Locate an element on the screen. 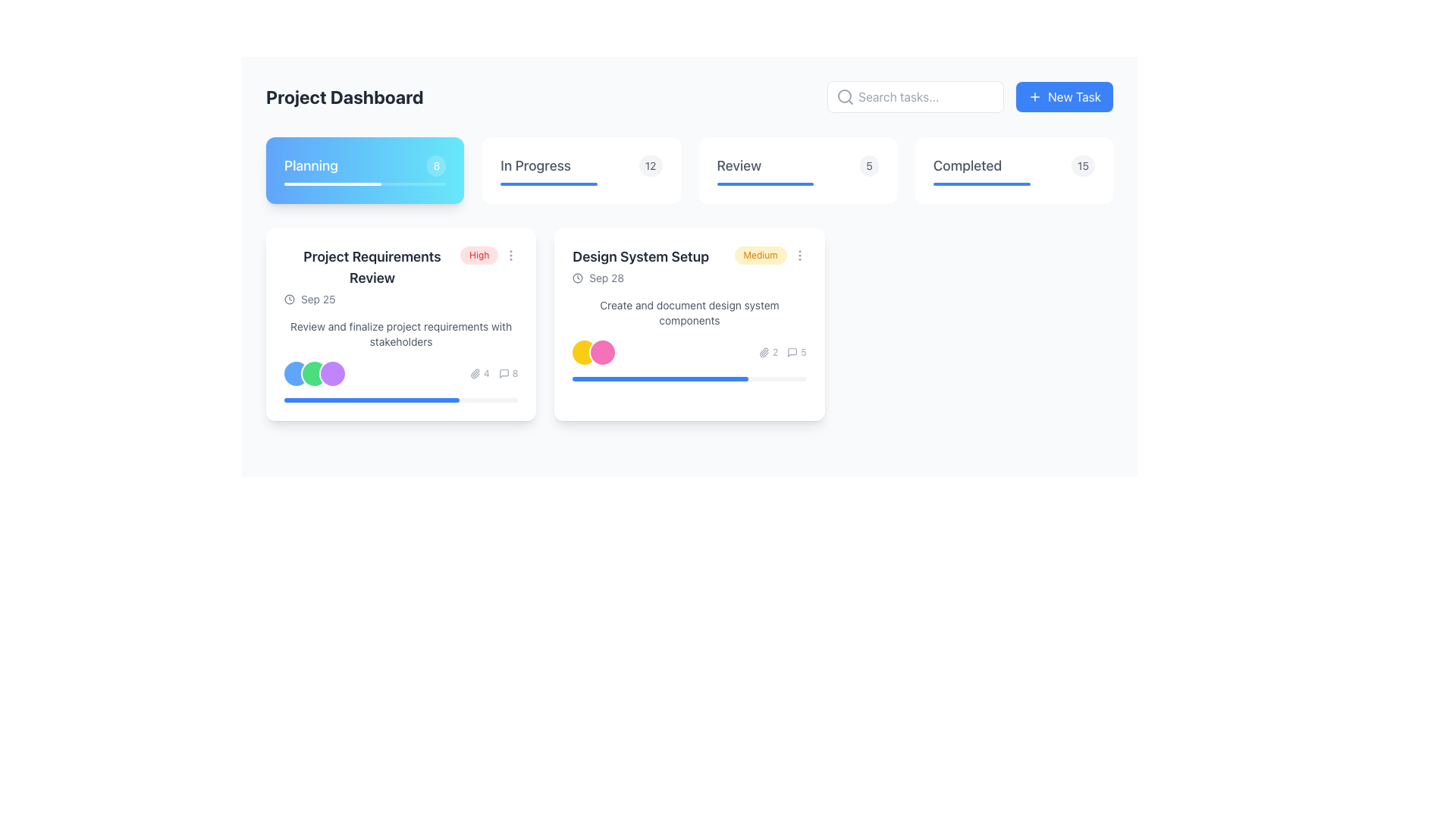 This screenshot has height=819, width=1456. the priority/status label located in the top-right corner of the 'Project Requirements Review' card in the dashboard interface, next to the vertical ellipsis button is located at coordinates (479, 254).